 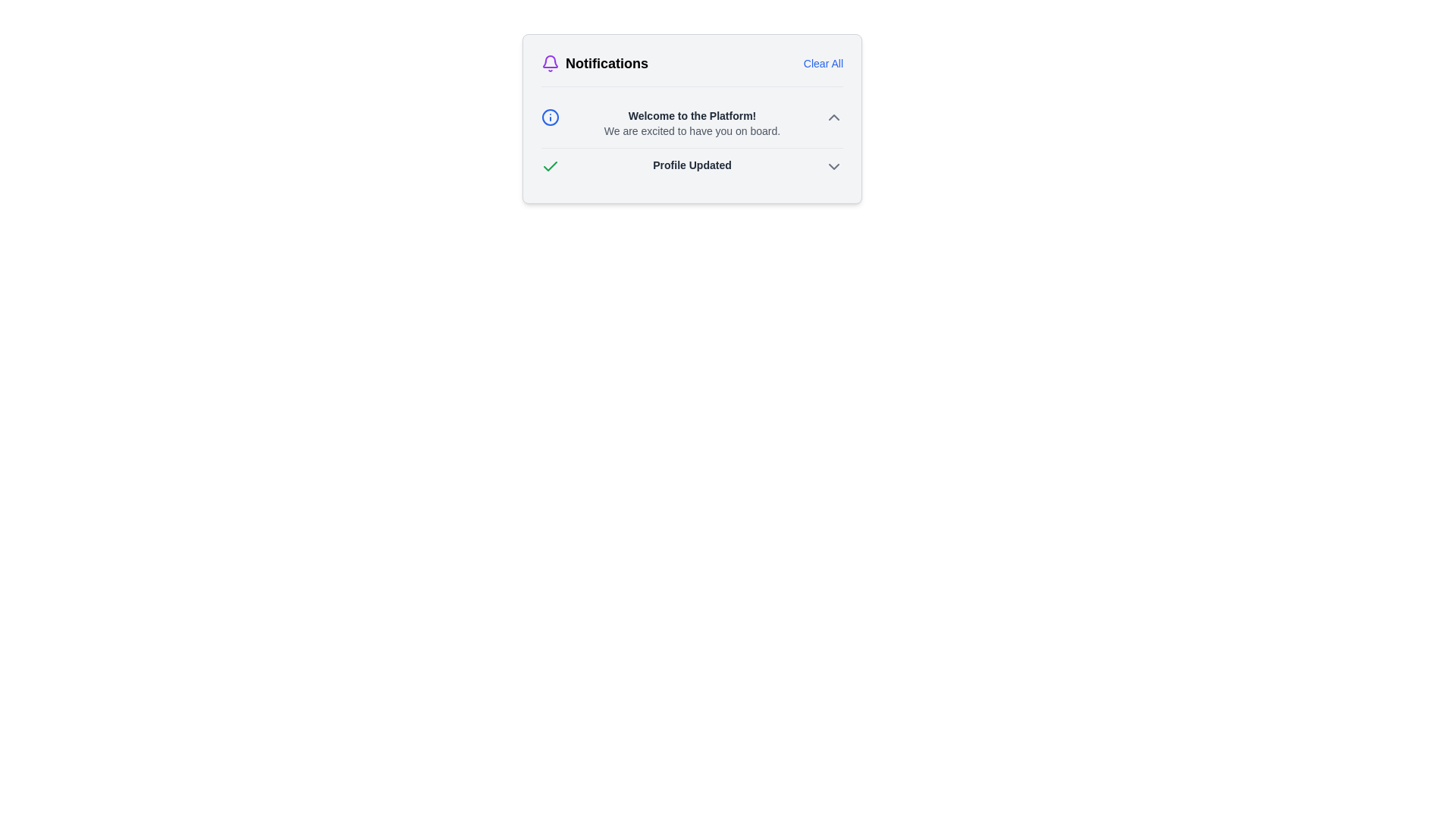 I want to click on the toggle button (chevron icon) located to the far-right of the notification titled 'Welcome to the Platform!' to observe a color change, so click(x=833, y=116).